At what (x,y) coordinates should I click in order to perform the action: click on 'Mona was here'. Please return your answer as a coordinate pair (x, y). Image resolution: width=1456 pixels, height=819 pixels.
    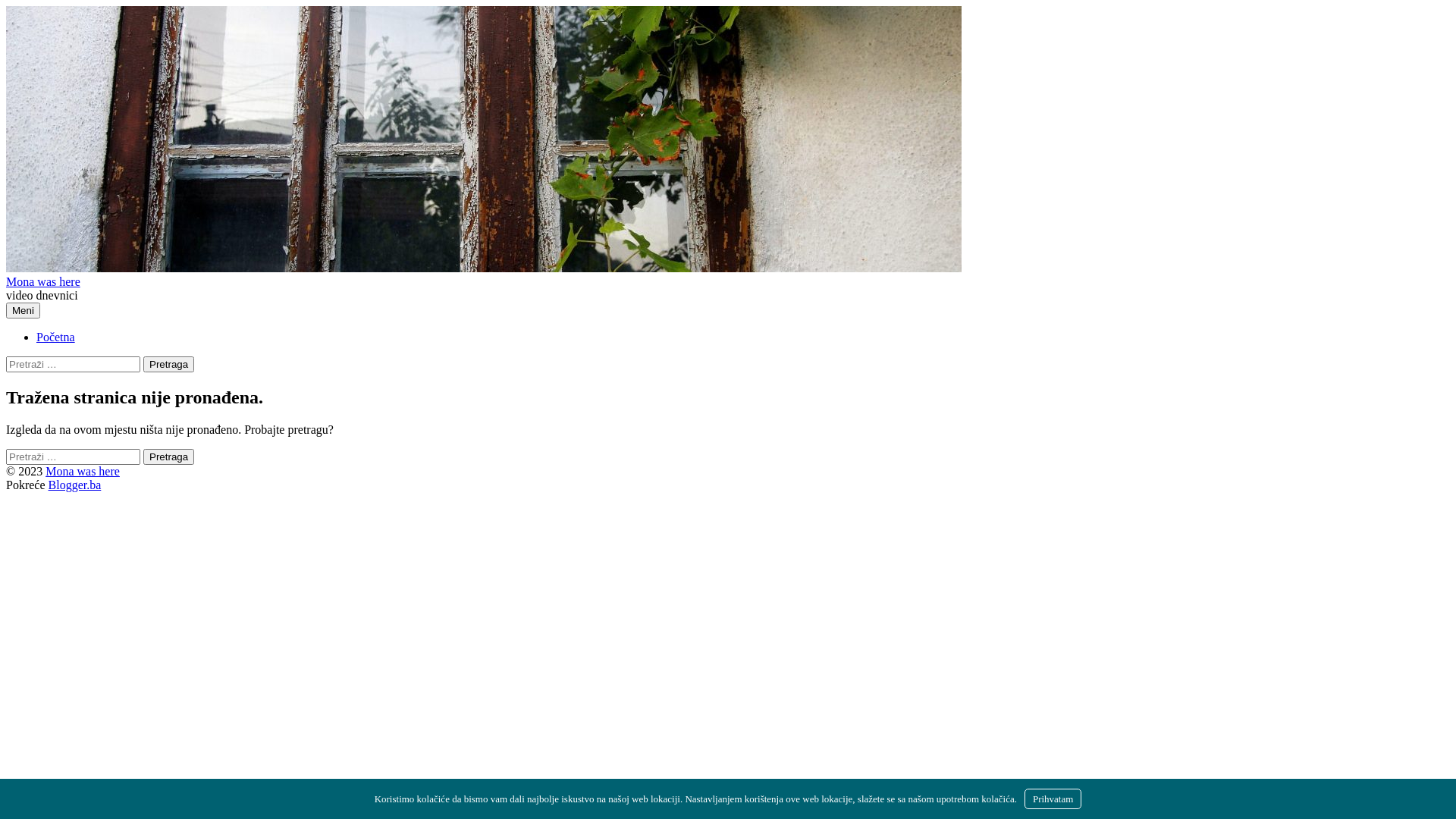
    Looking at the image, I should click on (82, 470).